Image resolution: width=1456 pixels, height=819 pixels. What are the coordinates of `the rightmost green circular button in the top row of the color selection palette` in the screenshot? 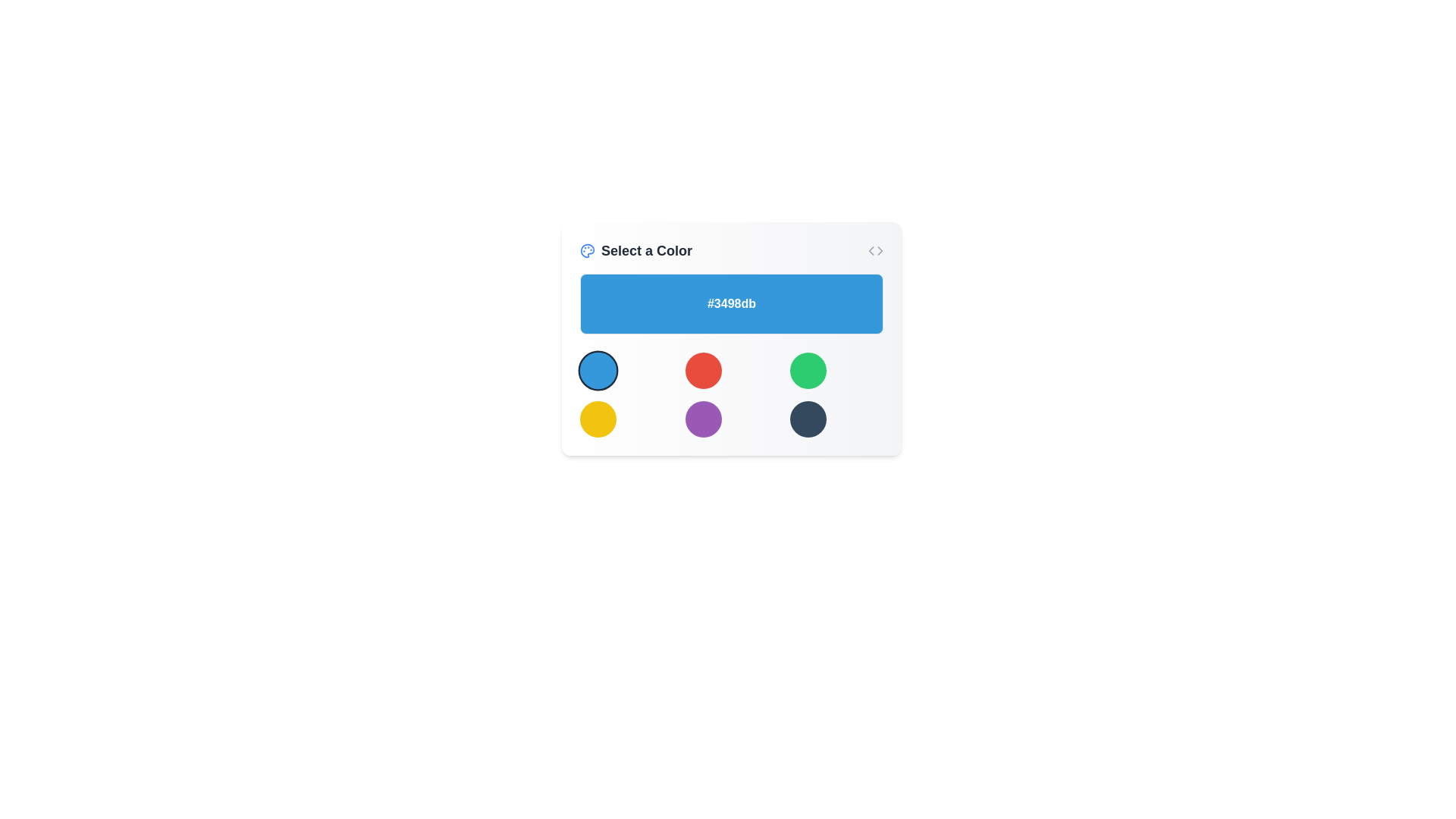 It's located at (808, 371).